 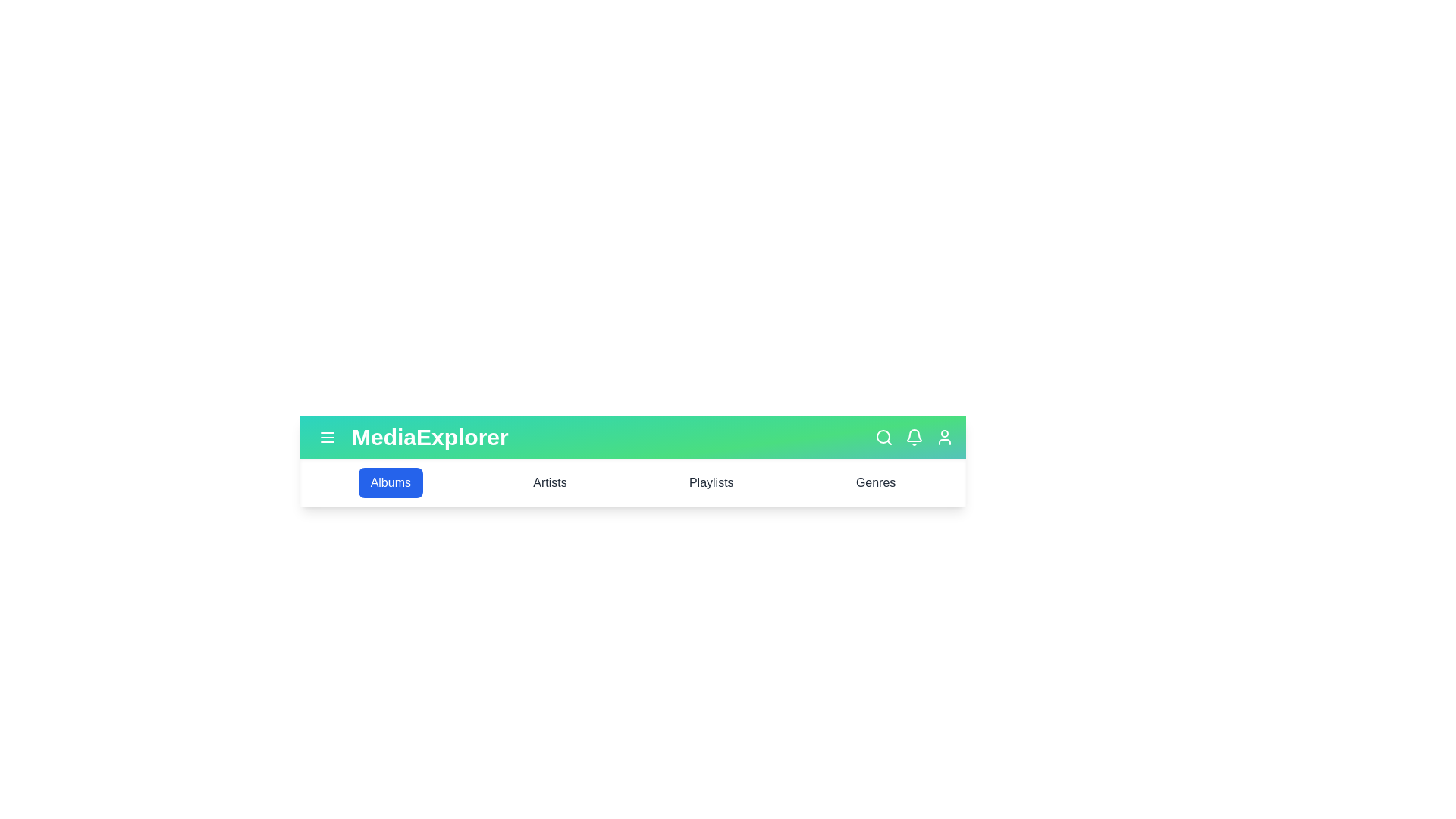 I want to click on the Genres tab in the MultimediaAppBar, so click(x=876, y=482).